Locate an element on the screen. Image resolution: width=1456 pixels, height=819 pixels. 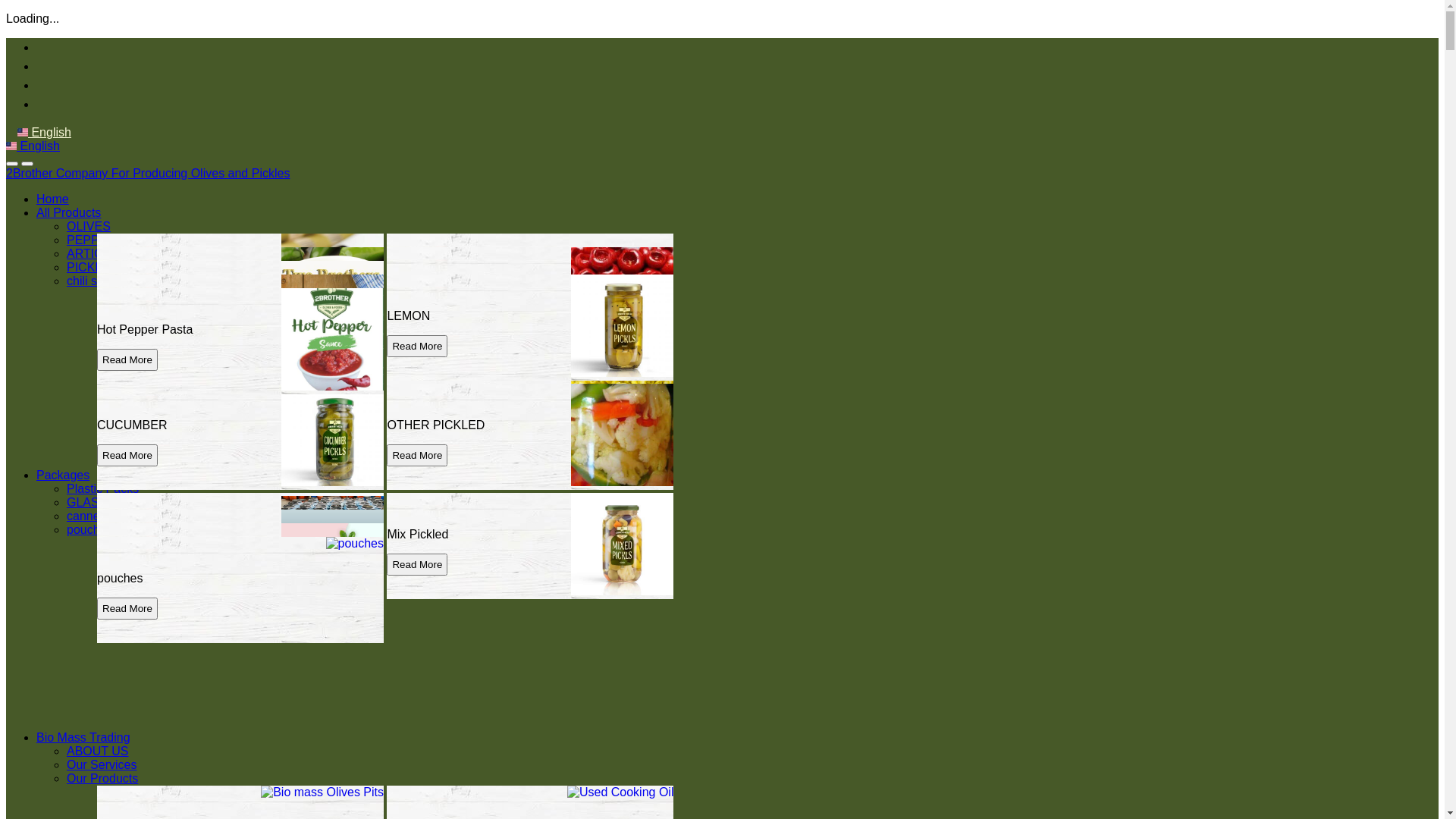
'Read More' is located at coordinates (127, 607).